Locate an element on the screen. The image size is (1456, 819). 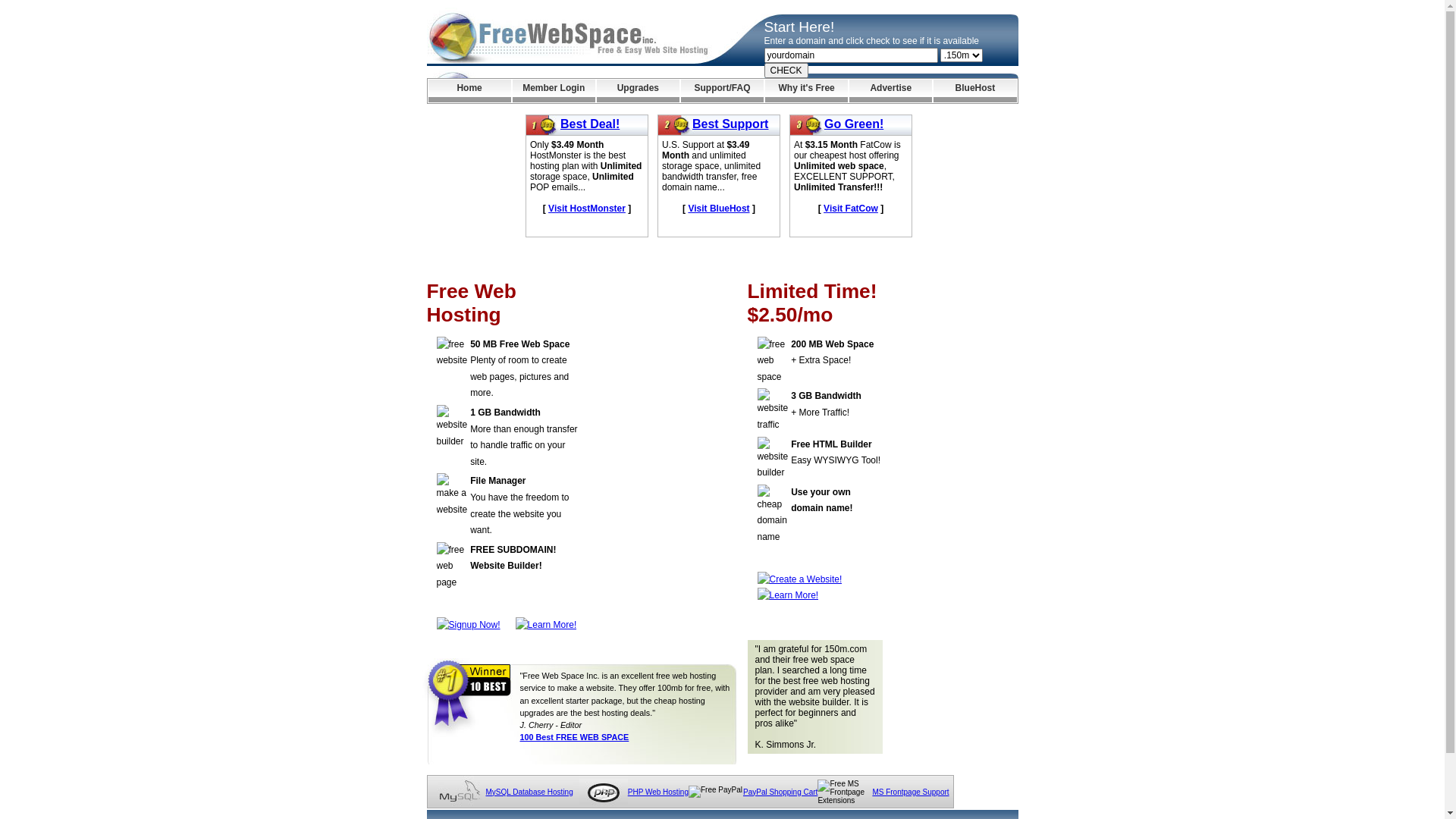
'Home' is located at coordinates (468, 90).